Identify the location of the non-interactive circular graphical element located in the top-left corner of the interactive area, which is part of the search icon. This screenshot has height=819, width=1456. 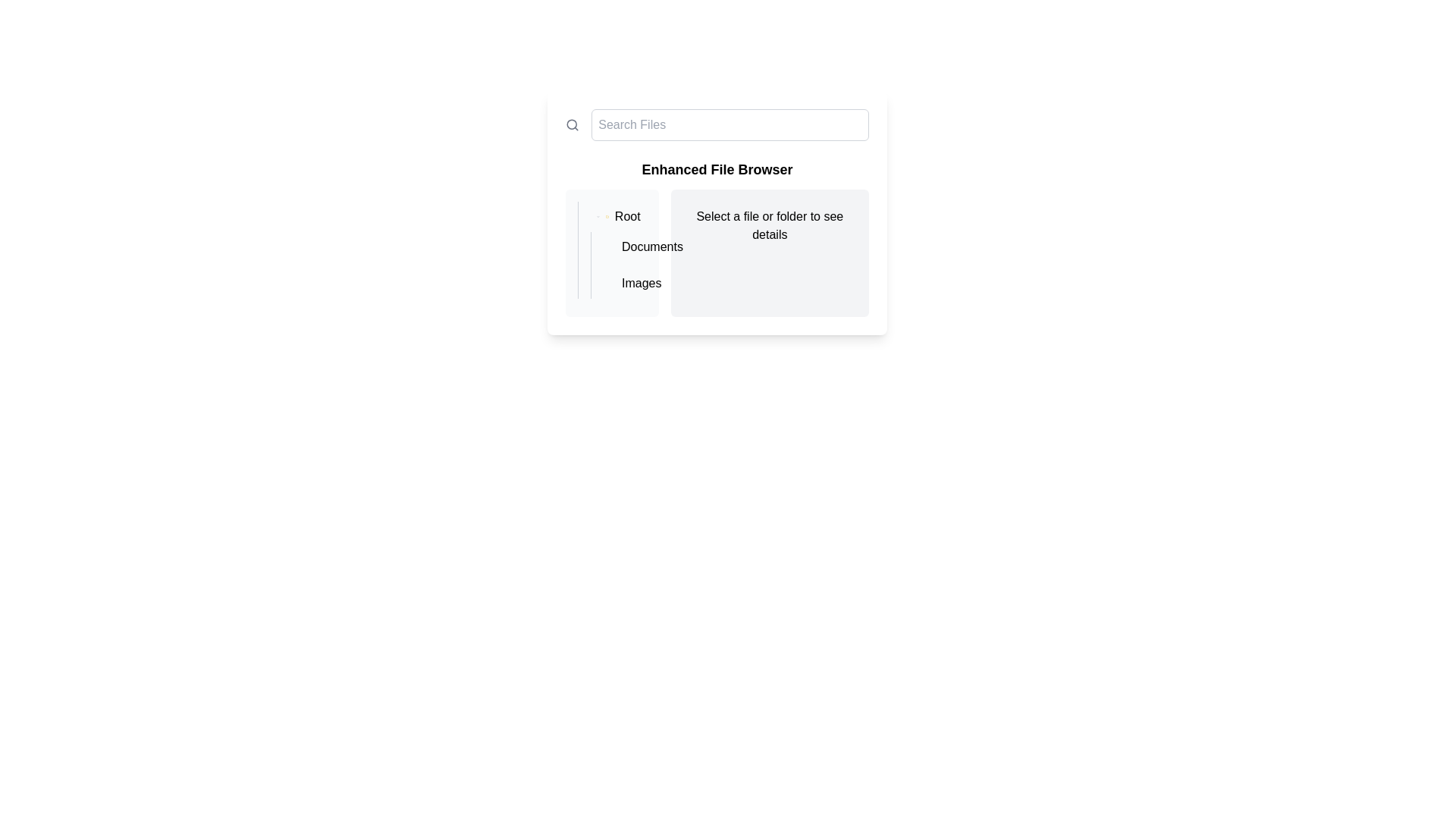
(571, 124).